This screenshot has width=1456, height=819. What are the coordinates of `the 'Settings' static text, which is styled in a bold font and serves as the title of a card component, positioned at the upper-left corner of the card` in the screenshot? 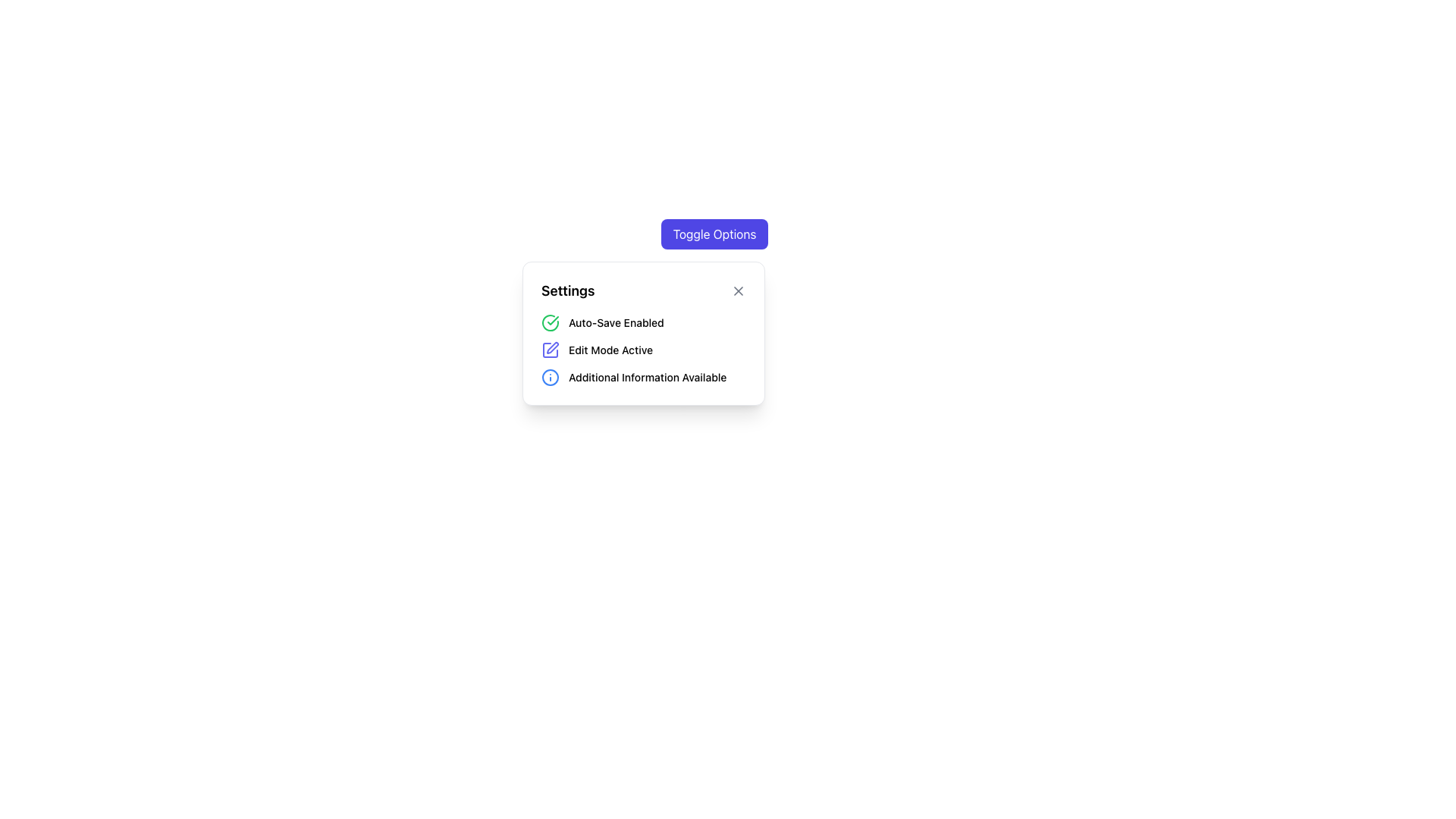 It's located at (567, 291).